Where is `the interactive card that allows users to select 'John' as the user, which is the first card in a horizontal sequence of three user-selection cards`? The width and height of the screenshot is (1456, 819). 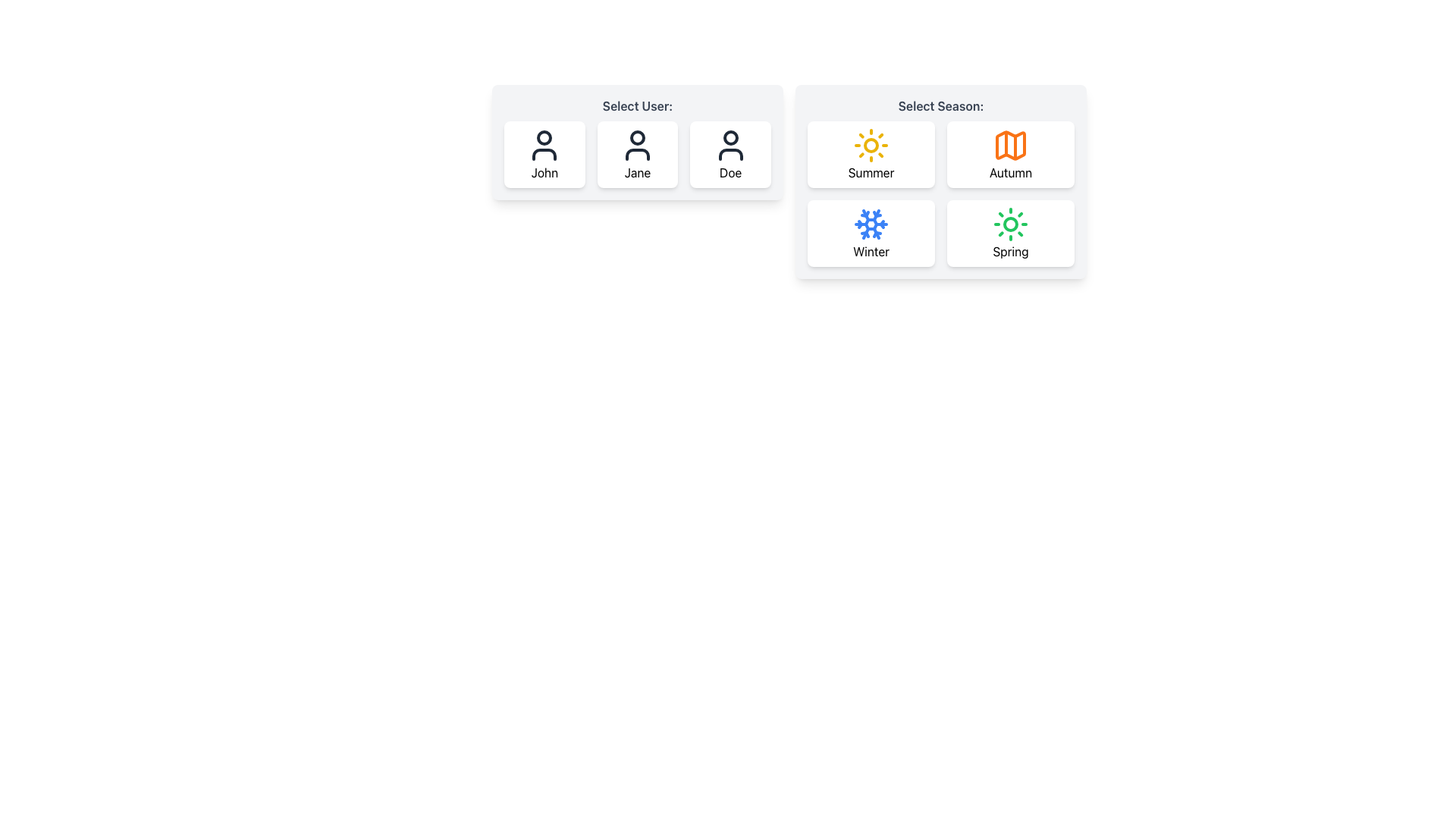
the interactive card that allows users to select 'John' as the user, which is the first card in a horizontal sequence of three user-selection cards is located at coordinates (544, 155).